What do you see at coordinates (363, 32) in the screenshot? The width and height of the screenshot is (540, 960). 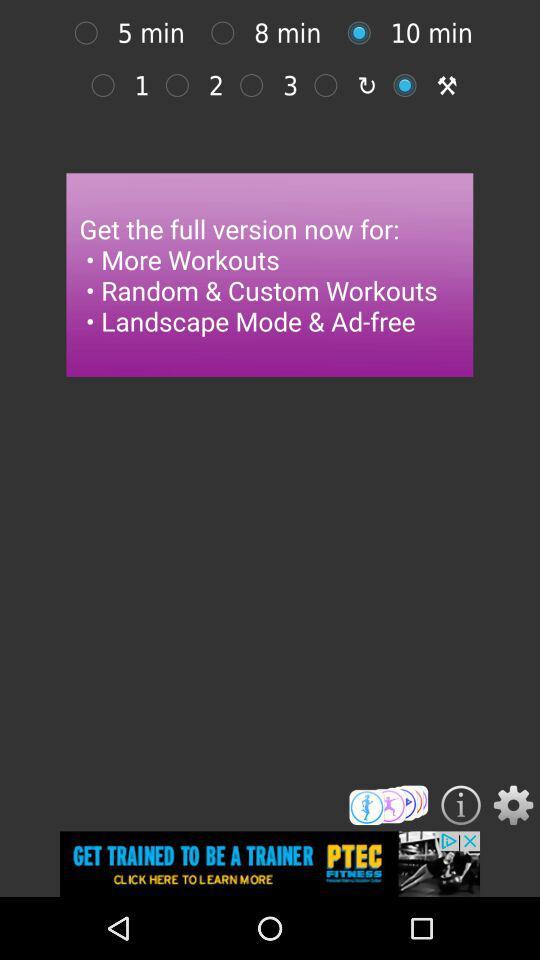 I see `10 minutes` at bounding box center [363, 32].